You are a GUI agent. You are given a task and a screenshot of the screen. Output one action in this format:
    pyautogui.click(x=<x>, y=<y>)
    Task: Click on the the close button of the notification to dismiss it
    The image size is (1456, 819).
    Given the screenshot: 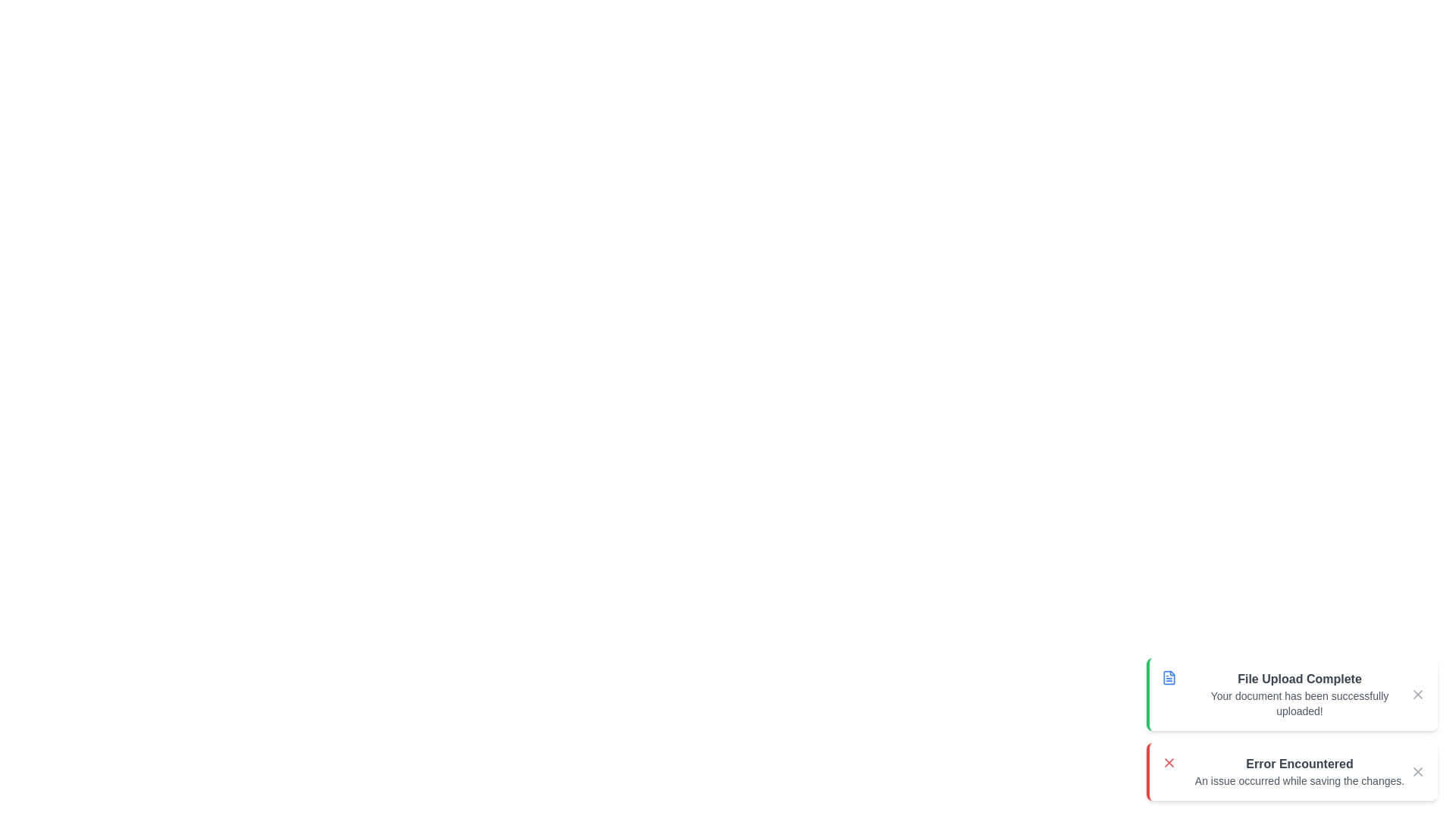 What is the action you would take?
    pyautogui.click(x=1417, y=694)
    